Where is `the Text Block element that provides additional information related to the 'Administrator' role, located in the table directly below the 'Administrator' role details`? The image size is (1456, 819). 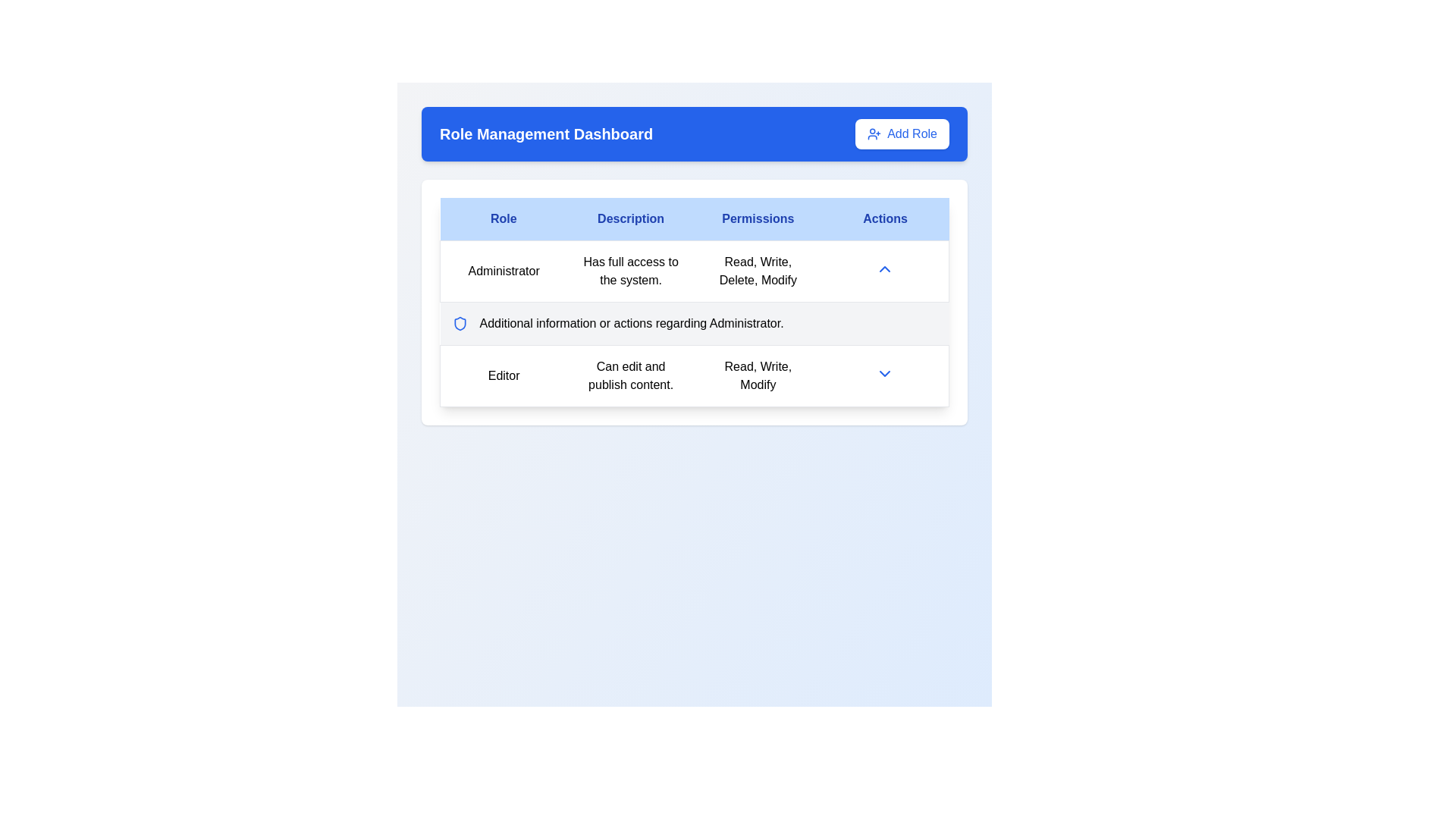
the Text Block element that provides additional information related to the 'Administrator' role, located in the table directly below the 'Administrator' role details is located at coordinates (694, 323).